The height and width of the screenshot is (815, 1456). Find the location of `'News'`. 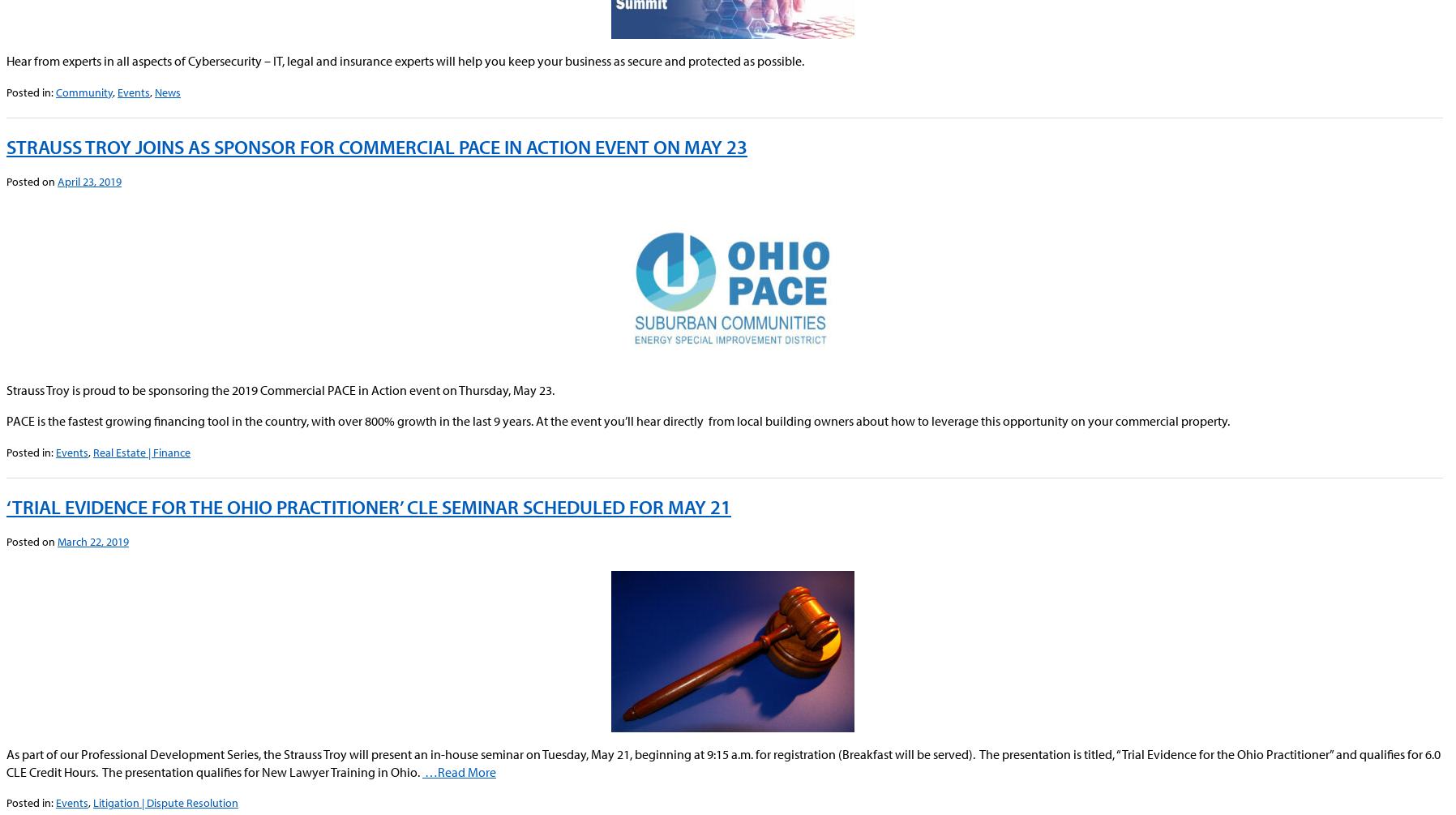

'News' is located at coordinates (167, 91).